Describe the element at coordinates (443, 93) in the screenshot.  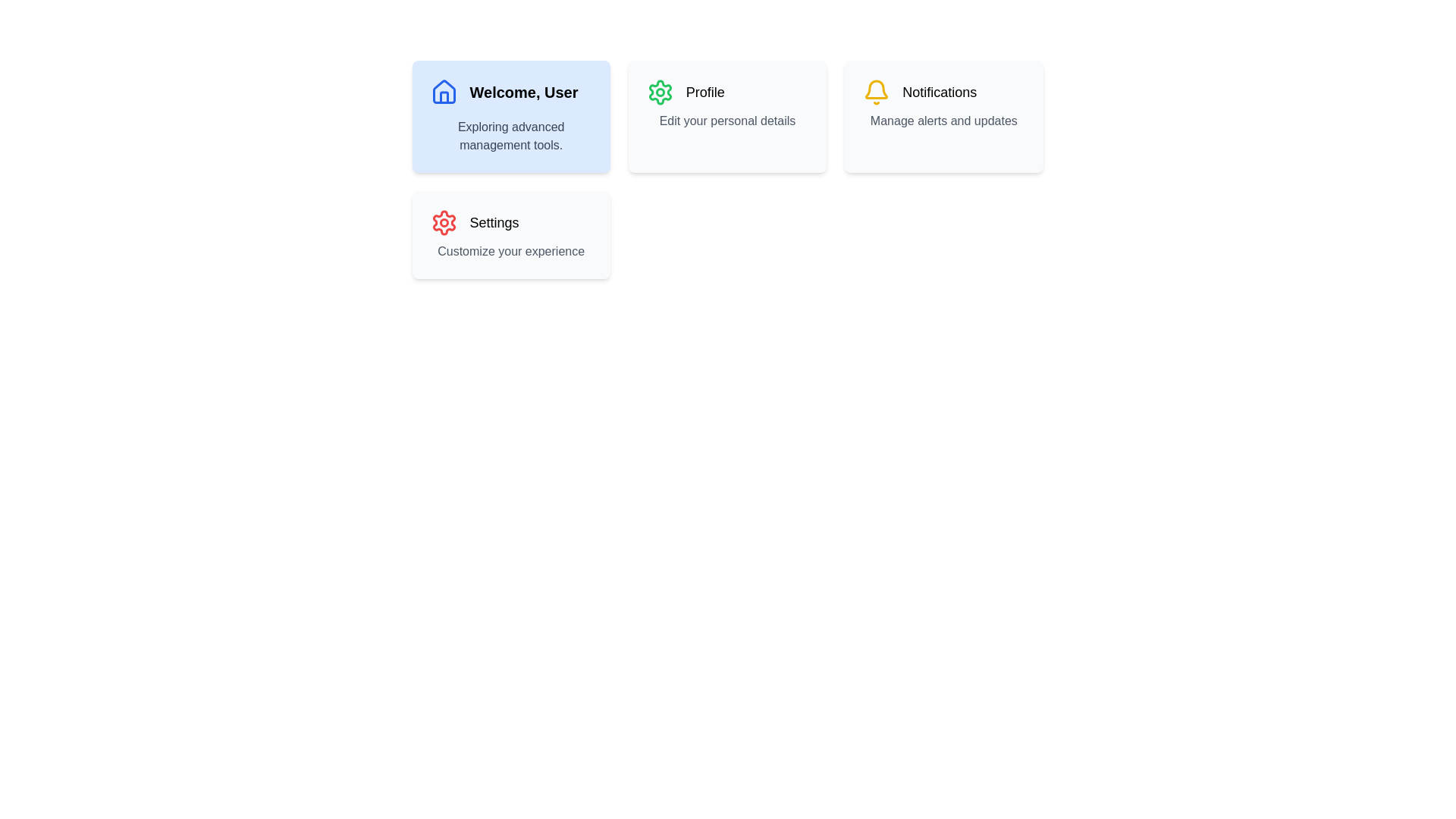
I see `the blue house icon, which is a simple outline style representation of a home, located to the left of the text 'Welcome, User'` at that location.